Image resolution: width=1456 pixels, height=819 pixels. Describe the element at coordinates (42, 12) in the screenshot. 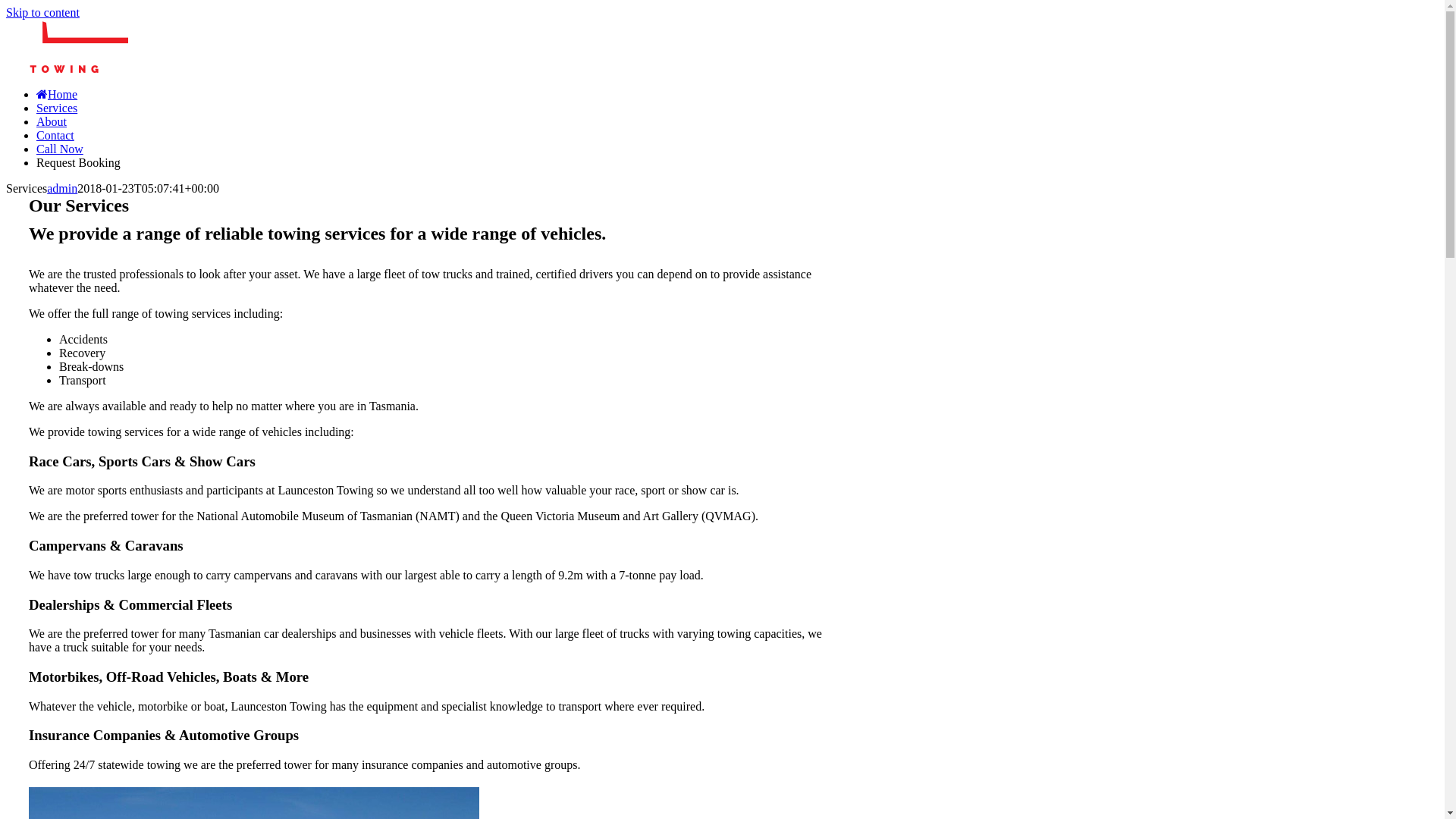

I see `'Skip to content'` at that location.